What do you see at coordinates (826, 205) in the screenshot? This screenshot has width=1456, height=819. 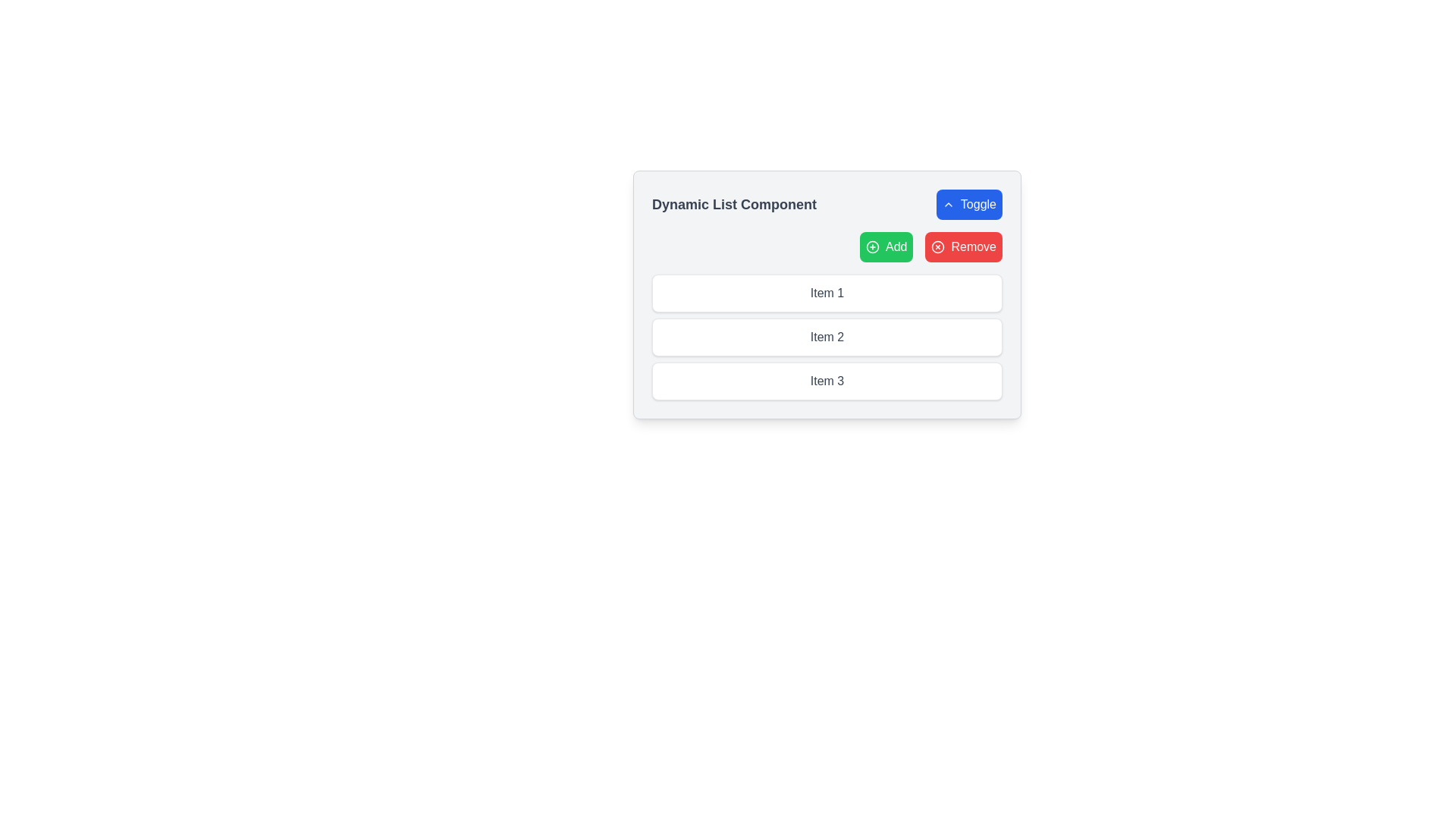 I see `the 'Dynamic List Component' title by moving the cursor to its center in the Collapsible Header Bar` at bounding box center [826, 205].